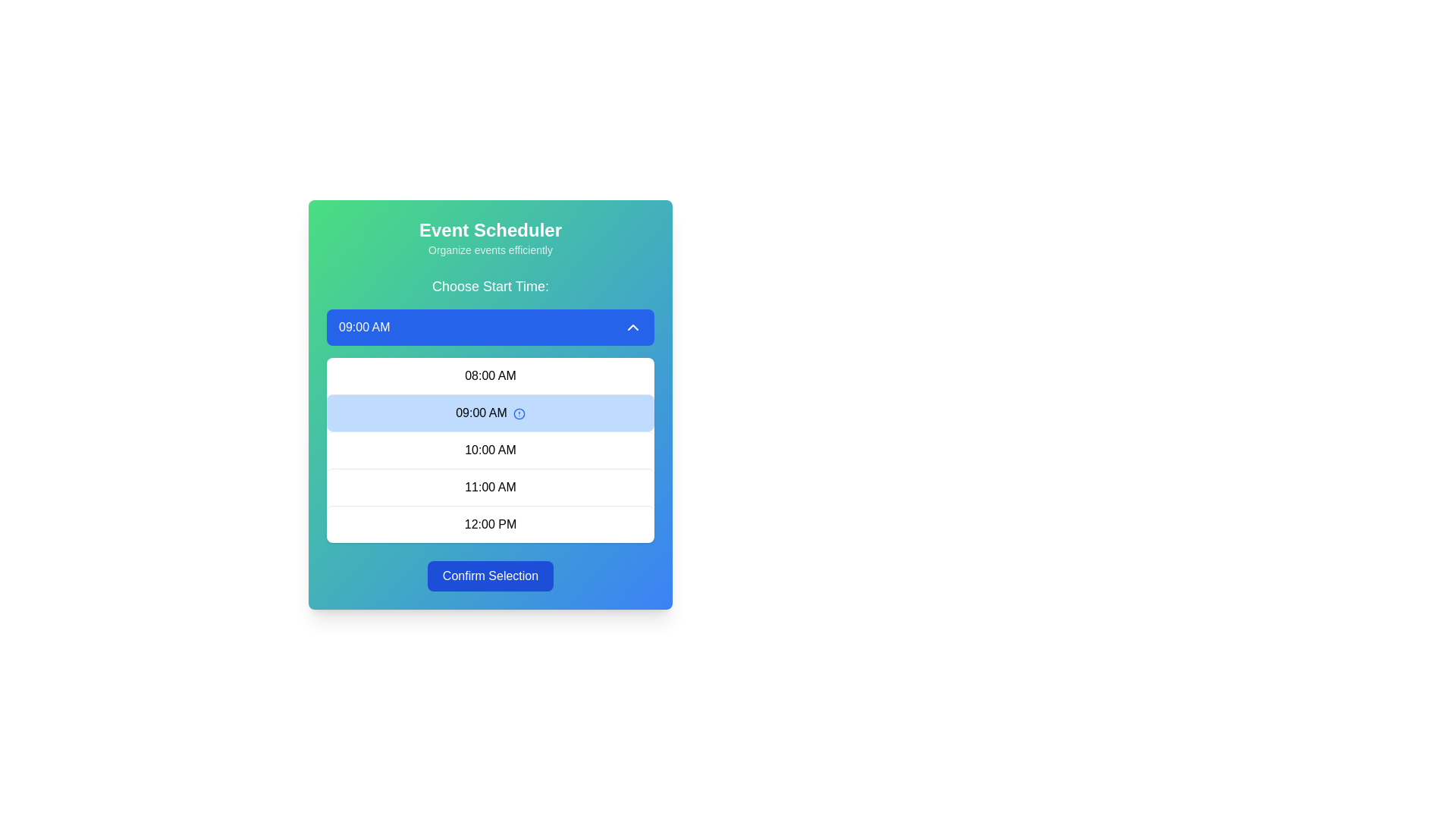 This screenshot has height=819, width=1456. What do you see at coordinates (491, 412) in the screenshot?
I see `the '09:00 AM' time selection button in the dropdown menu` at bounding box center [491, 412].